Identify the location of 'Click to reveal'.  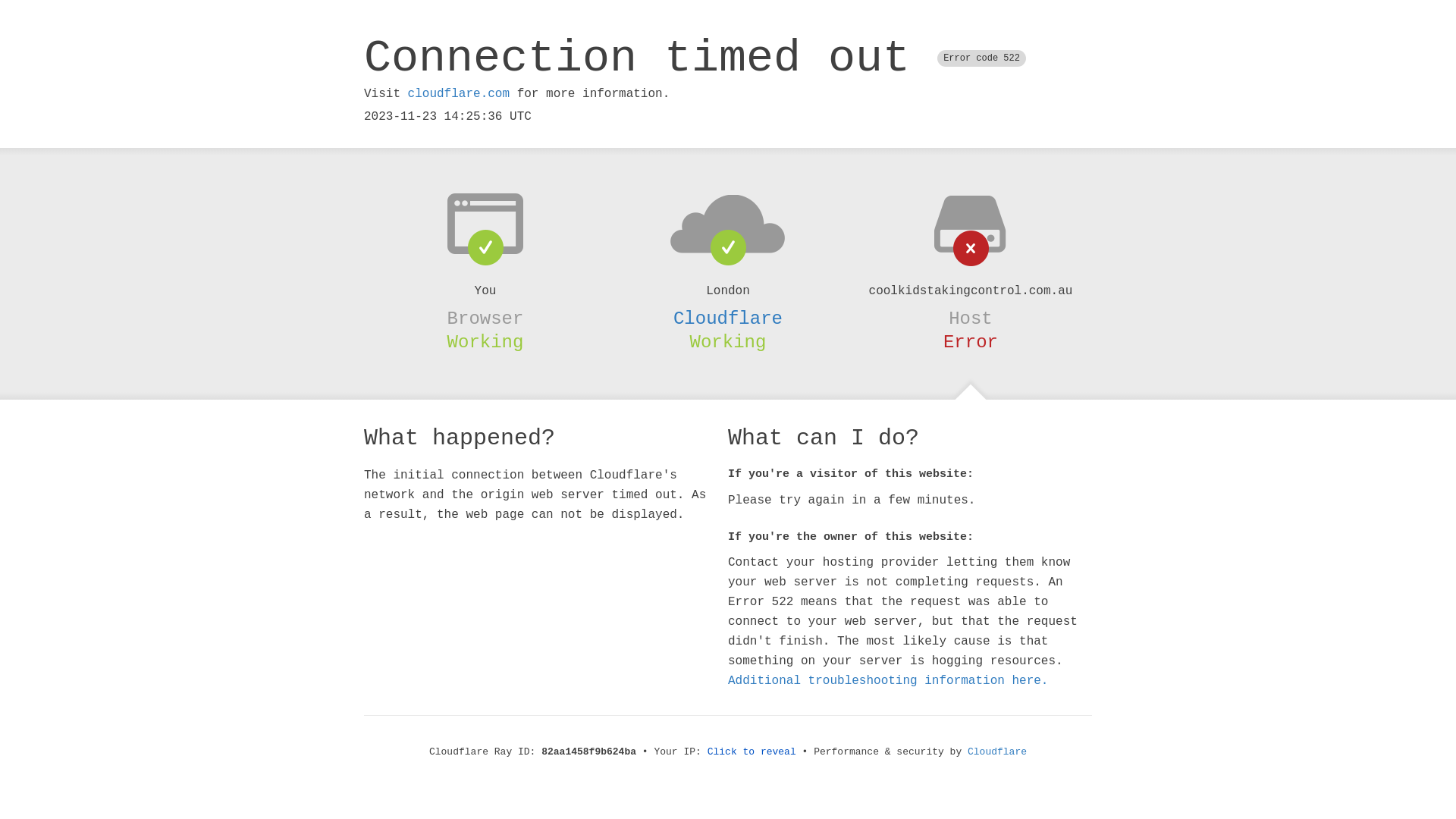
(706, 752).